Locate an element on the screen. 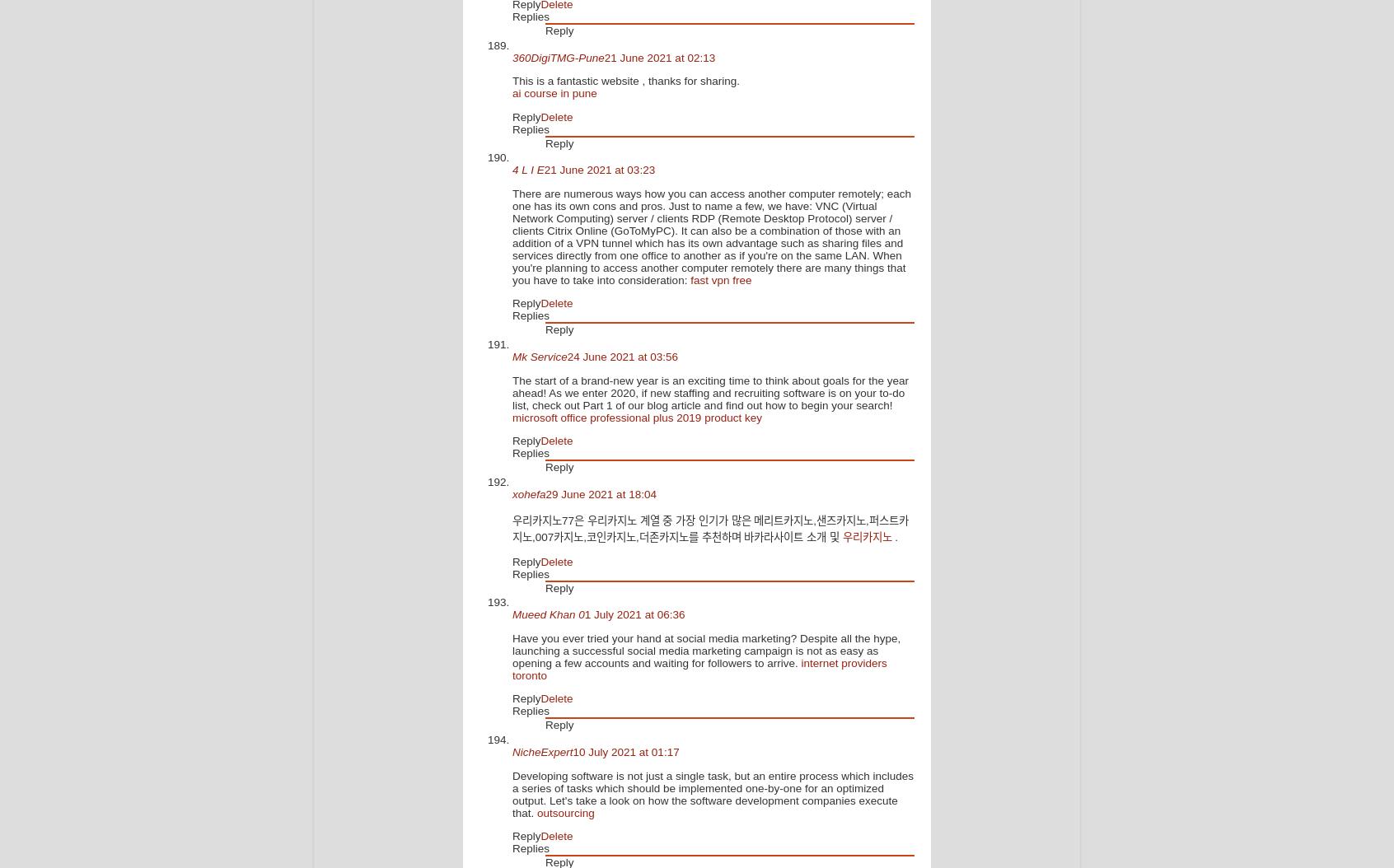  '.' is located at coordinates (896, 537).